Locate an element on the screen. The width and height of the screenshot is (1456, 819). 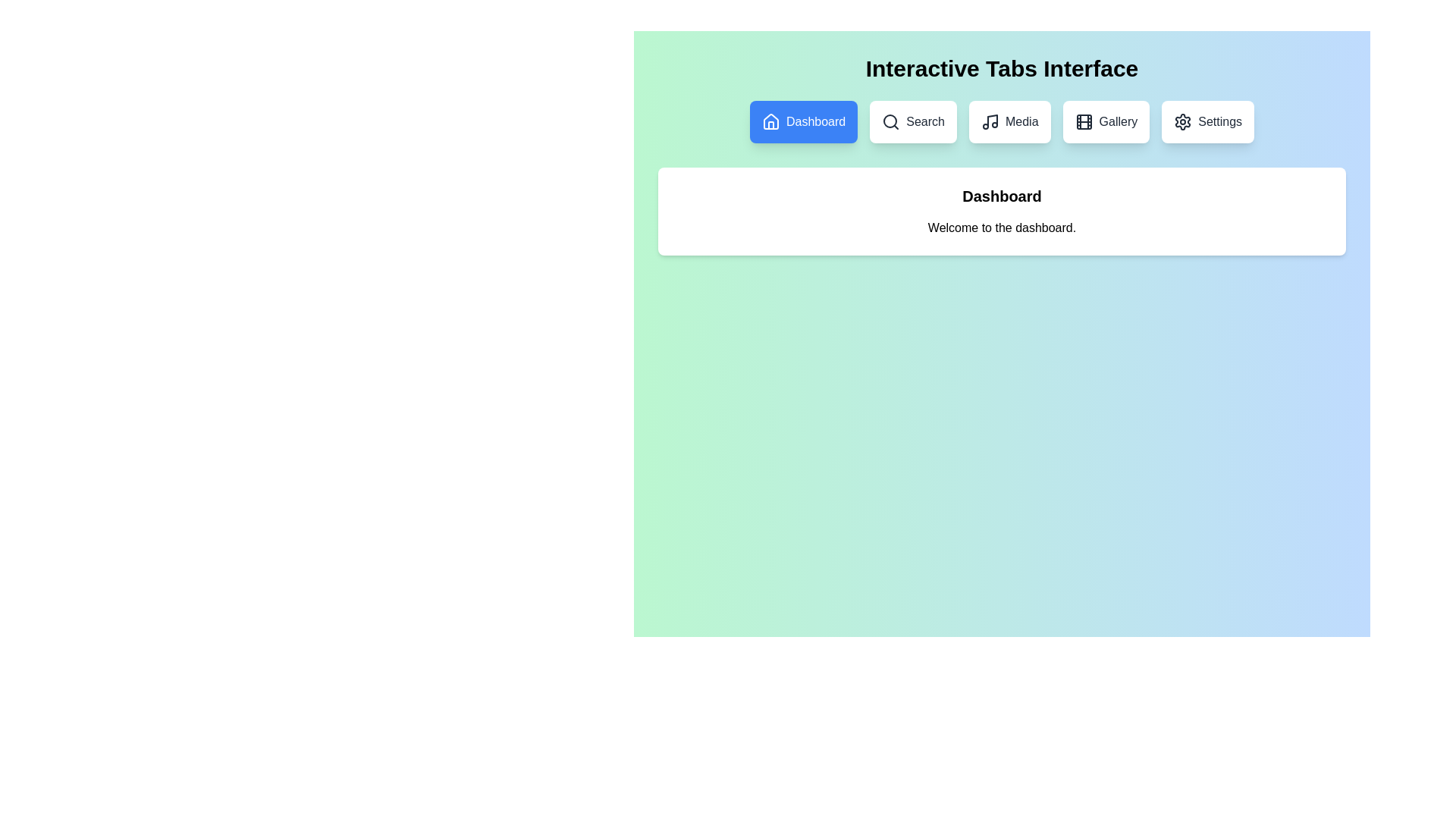
static text label displaying 'Search' located in the second button of the navigation bar, which is part of an interactive card with rounded edges is located at coordinates (924, 121).